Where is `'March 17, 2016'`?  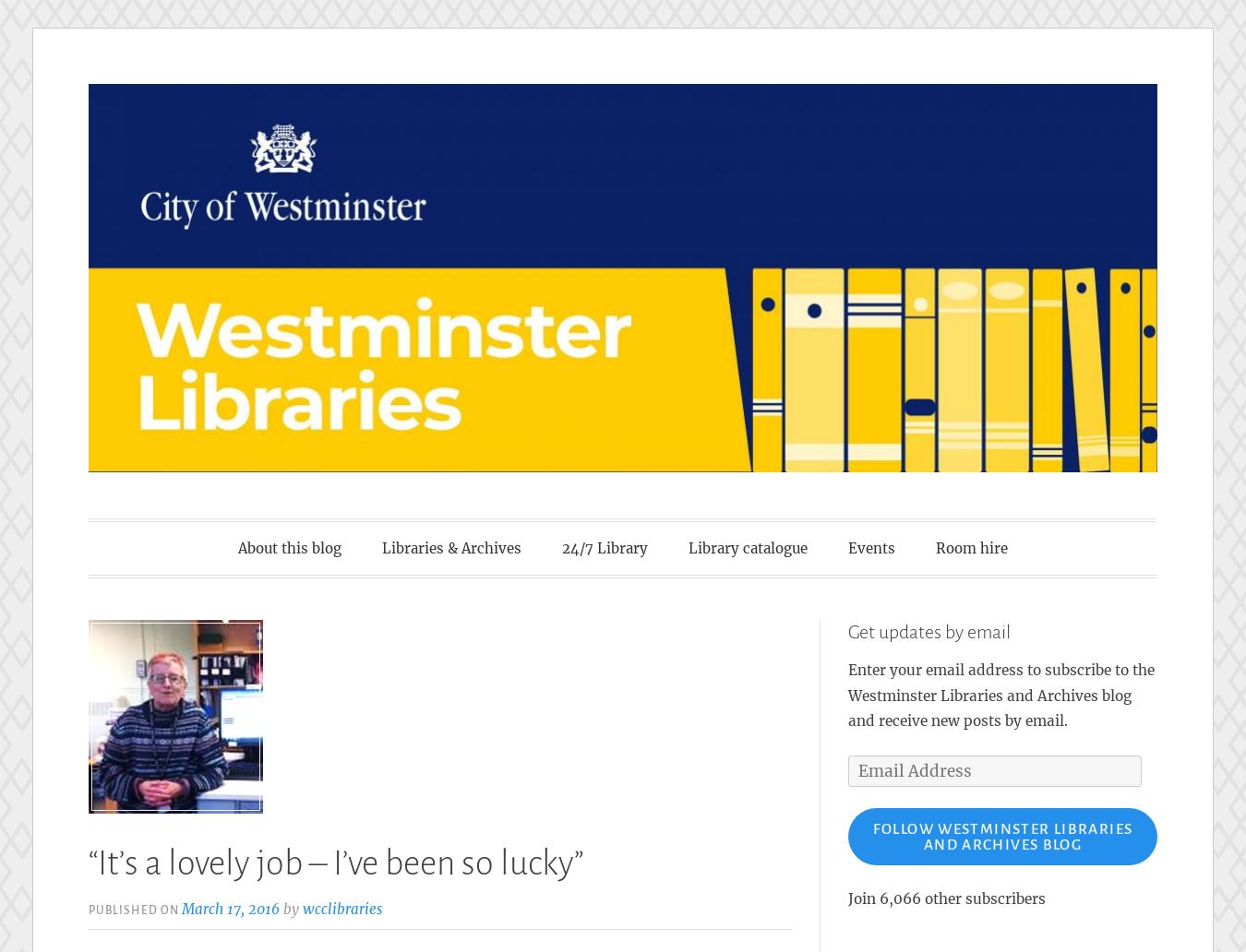
'March 17, 2016' is located at coordinates (230, 907).